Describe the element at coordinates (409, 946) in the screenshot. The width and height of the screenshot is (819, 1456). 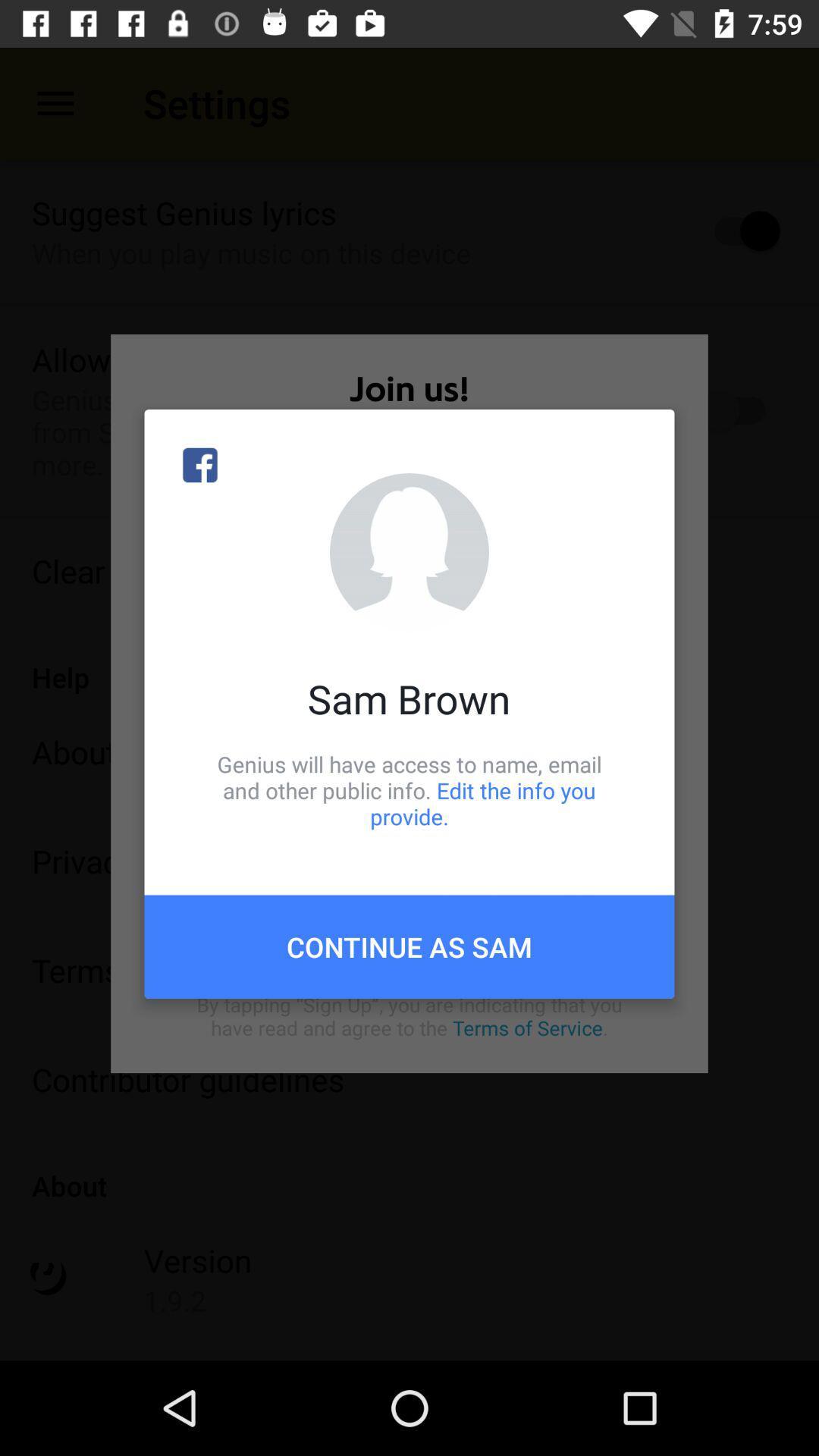
I see `the item below genius will have item` at that location.